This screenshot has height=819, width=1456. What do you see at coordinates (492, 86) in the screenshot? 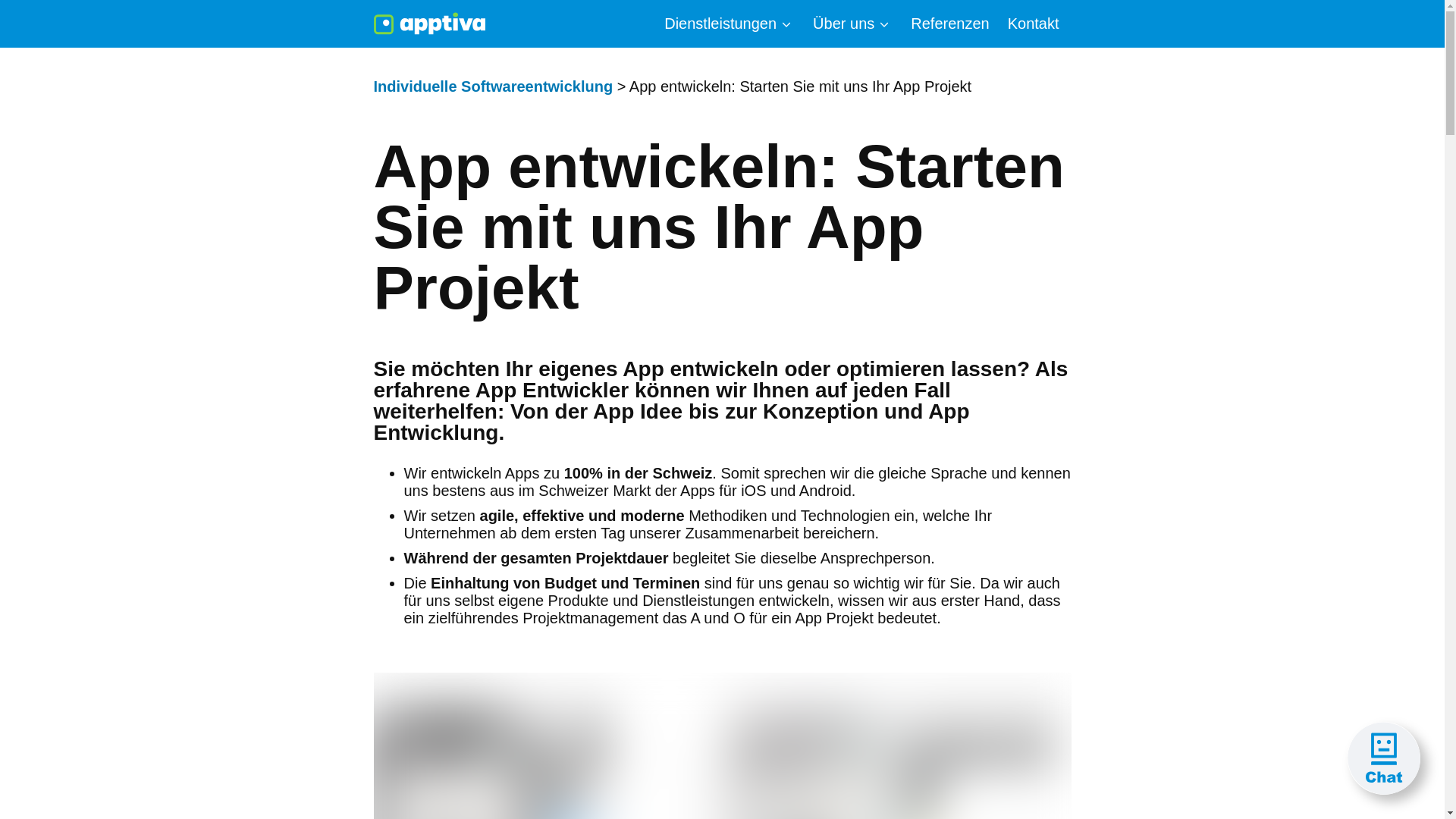
I see `'Individuelle Softwareentwicklung'` at bounding box center [492, 86].